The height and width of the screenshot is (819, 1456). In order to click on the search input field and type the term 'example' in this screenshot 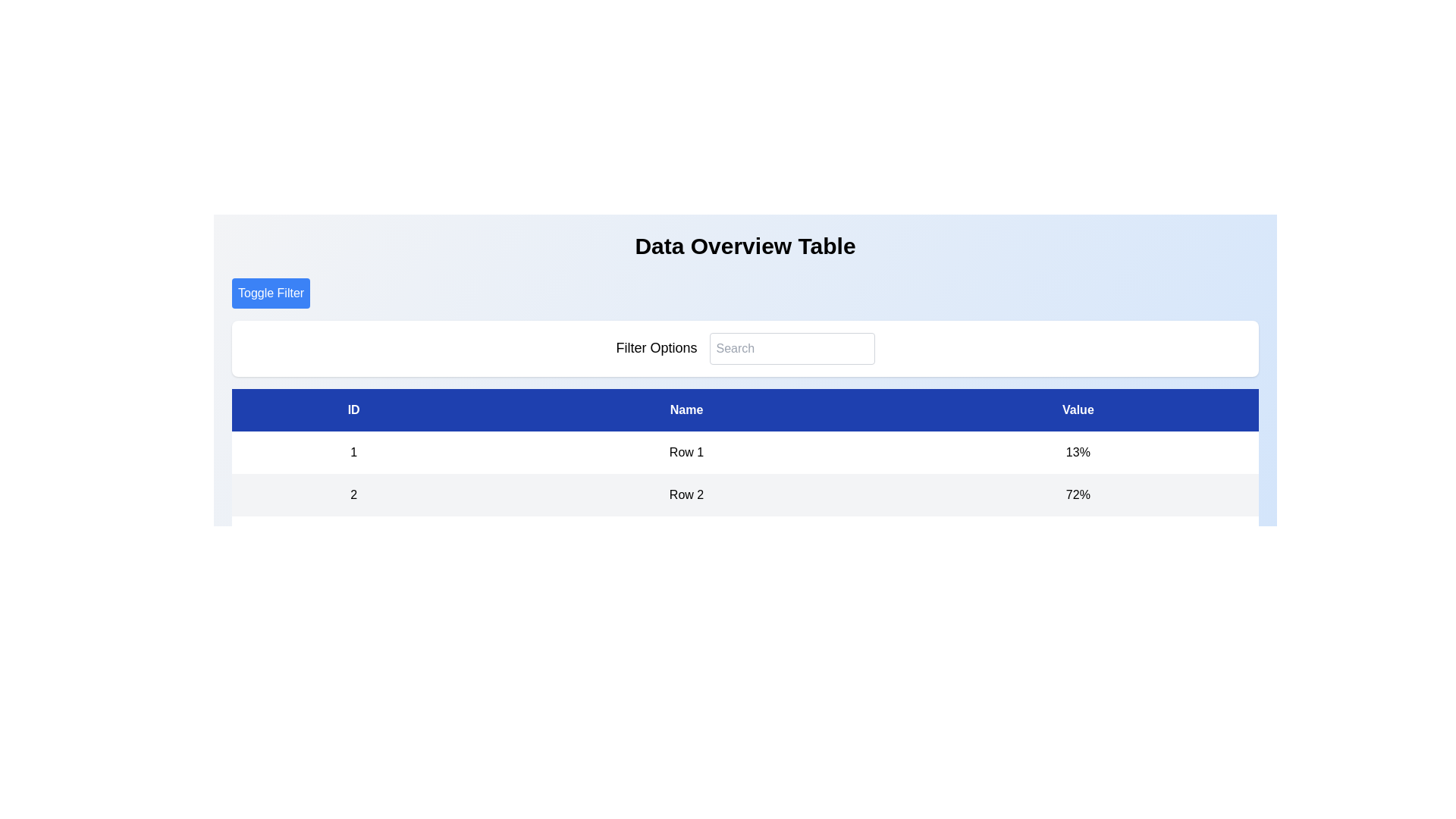, I will do `click(790, 348)`.